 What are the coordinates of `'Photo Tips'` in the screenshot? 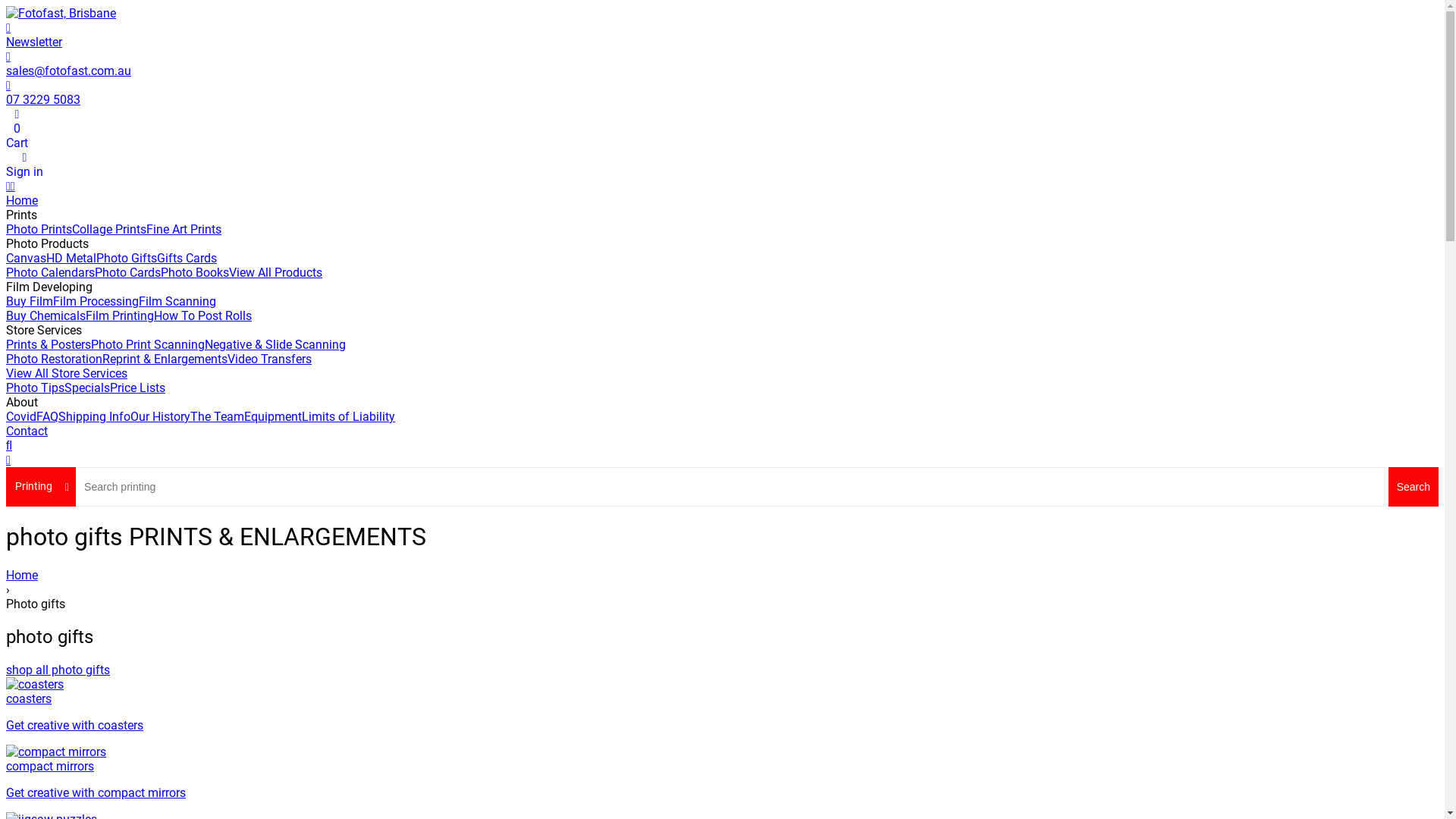 It's located at (35, 387).